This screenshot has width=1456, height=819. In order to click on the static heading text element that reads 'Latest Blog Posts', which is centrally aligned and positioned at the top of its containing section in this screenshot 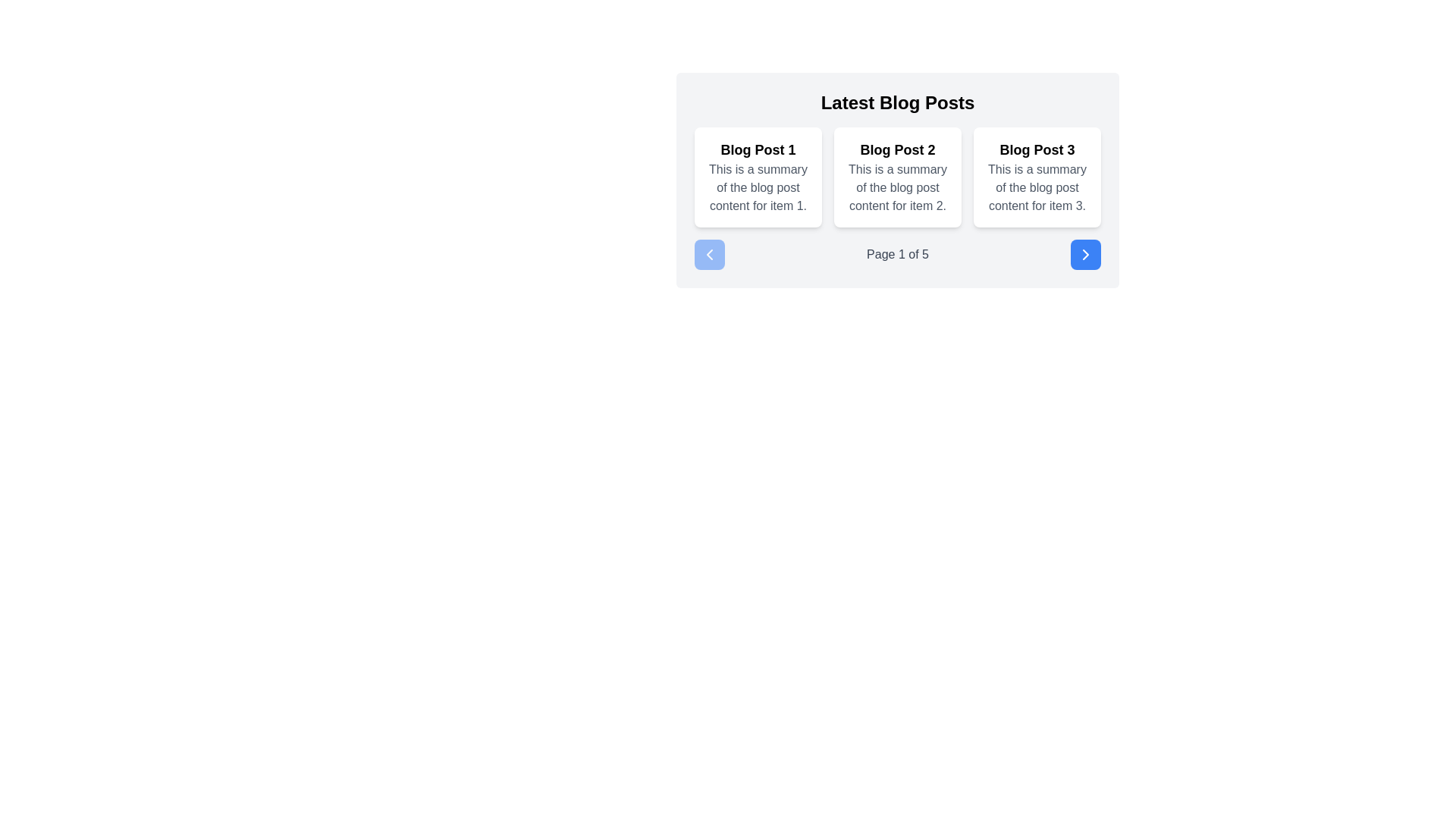, I will do `click(898, 102)`.